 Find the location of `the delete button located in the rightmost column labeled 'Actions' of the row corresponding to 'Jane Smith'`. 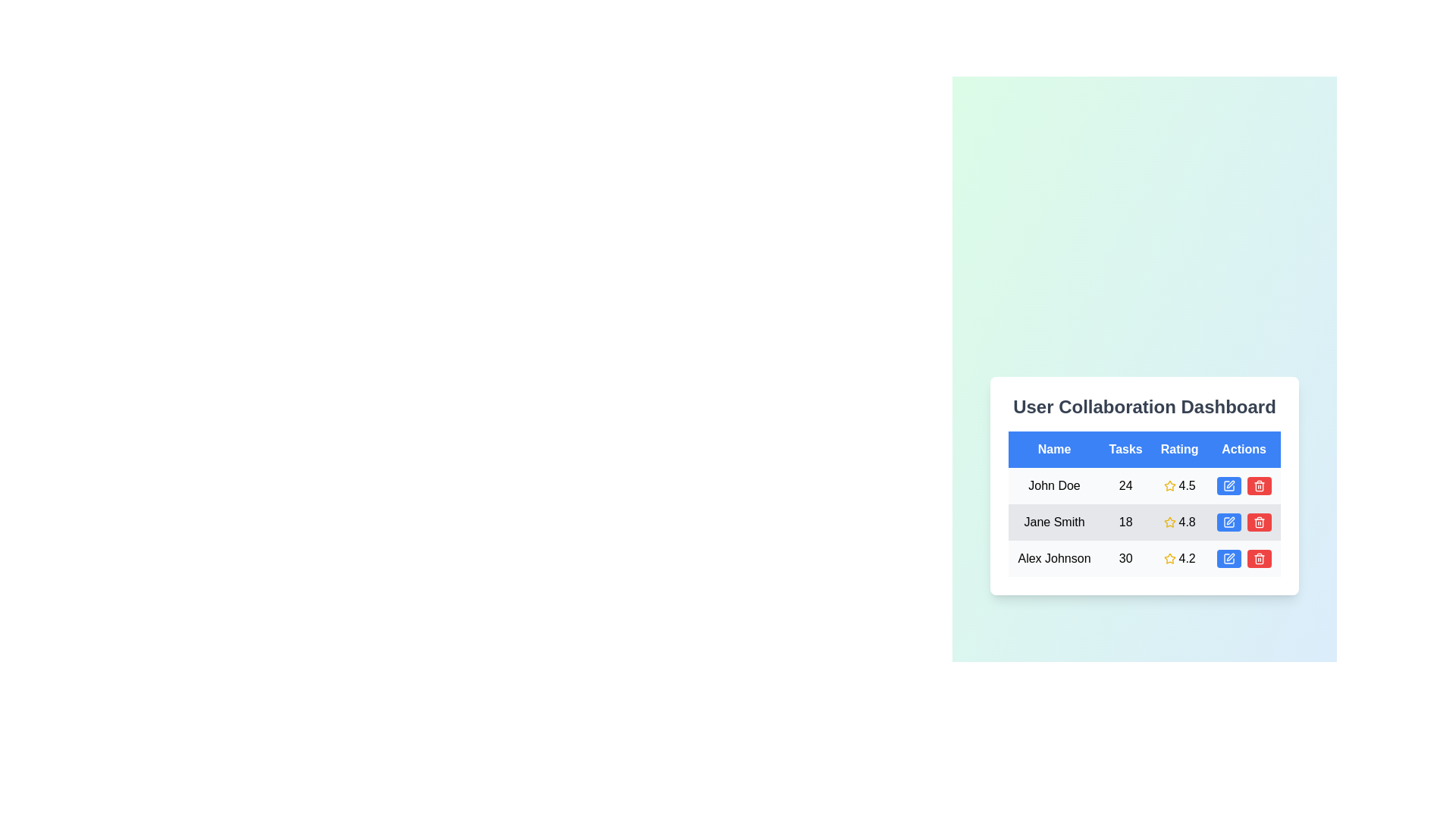

the delete button located in the rightmost column labeled 'Actions' of the row corresponding to 'Jane Smith' is located at coordinates (1259, 485).